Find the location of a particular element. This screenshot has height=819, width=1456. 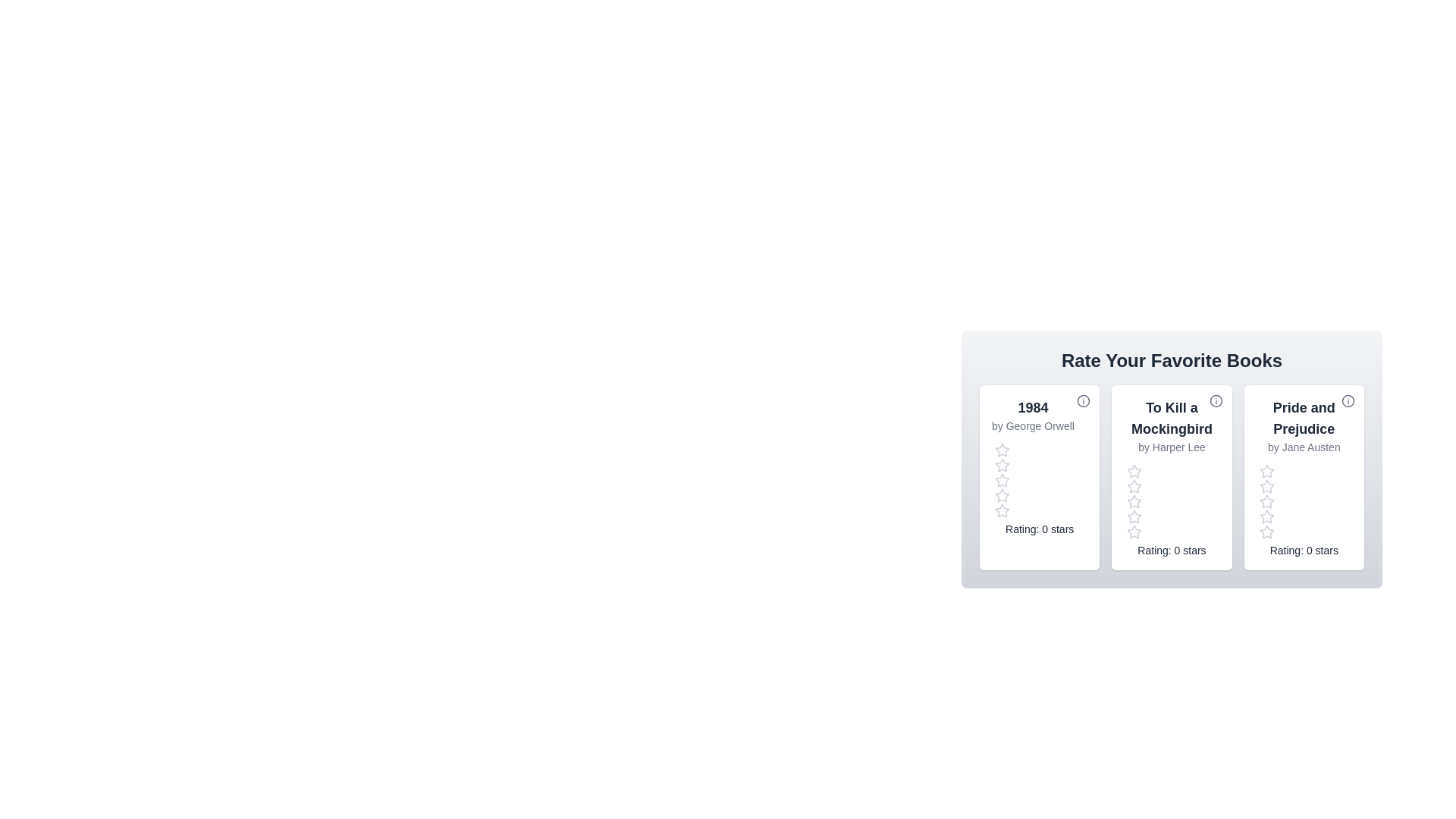

the info icon for the book titled 'To Kill a Mockingbird' to view its details is located at coordinates (1216, 400).